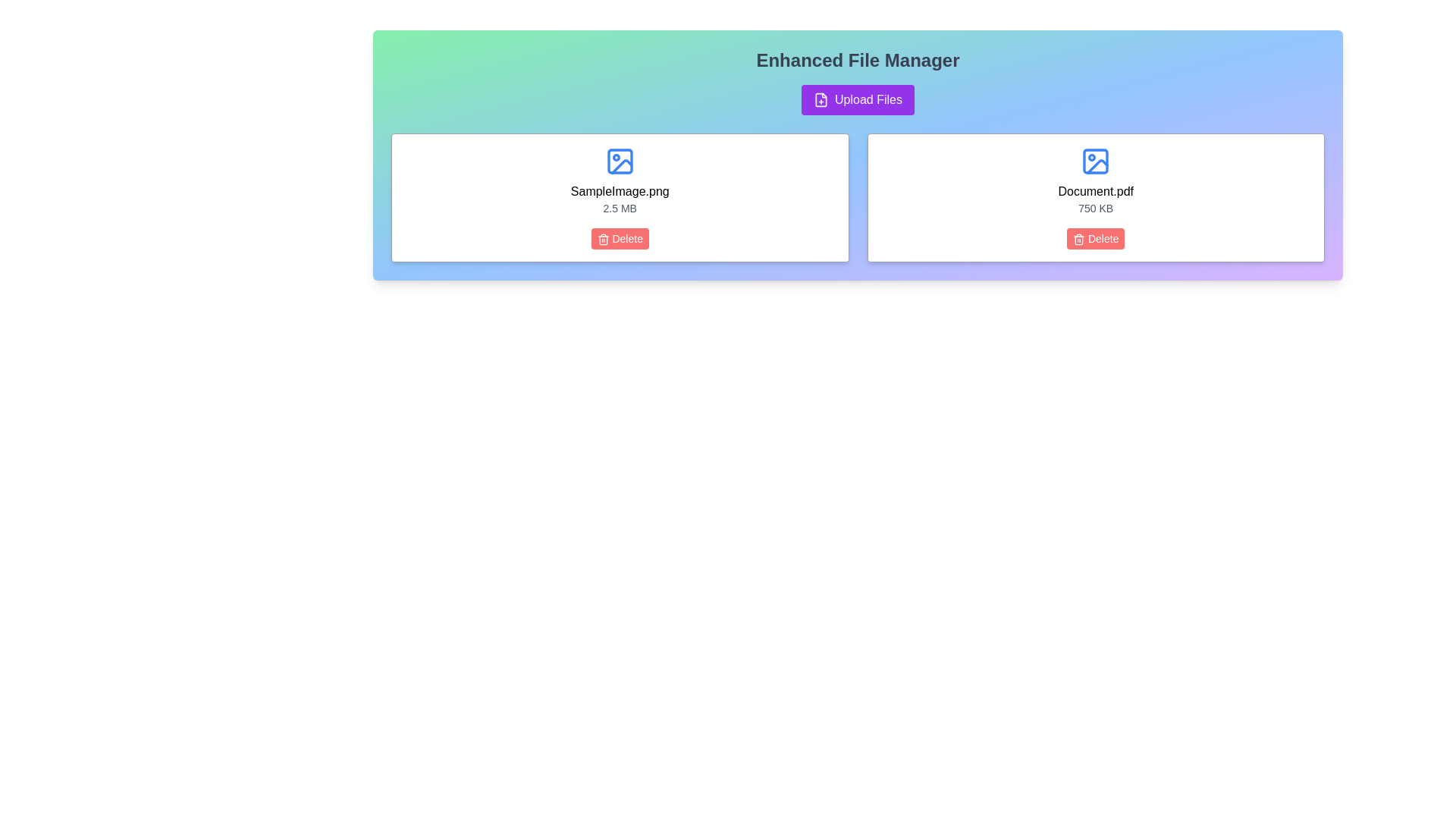 The height and width of the screenshot is (819, 1456). What do you see at coordinates (602, 240) in the screenshot?
I see `the trash can icon component within the red 'Delete' button` at bounding box center [602, 240].